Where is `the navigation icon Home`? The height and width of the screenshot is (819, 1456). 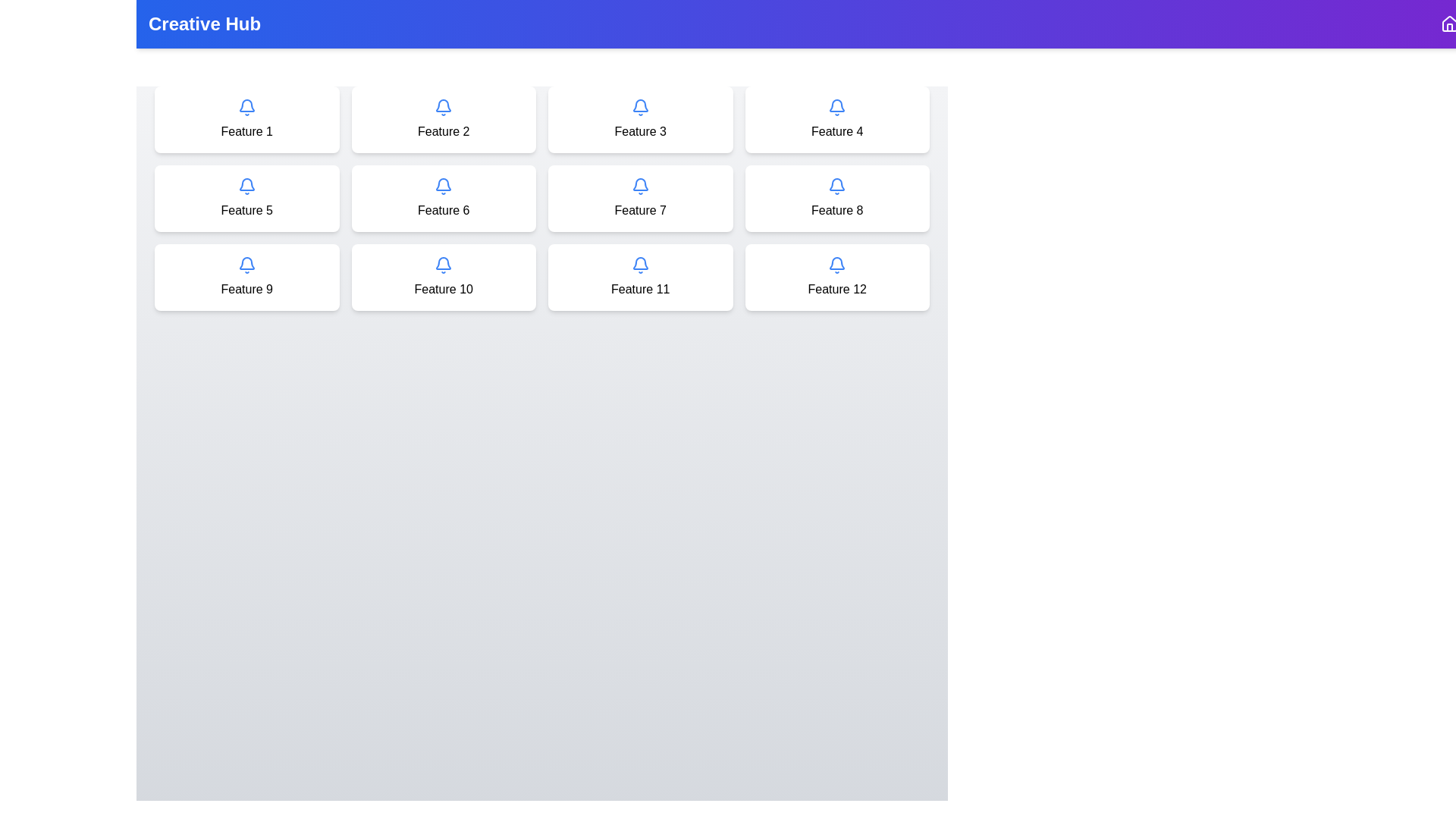
the navigation icon Home is located at coordinates (1448, 24).